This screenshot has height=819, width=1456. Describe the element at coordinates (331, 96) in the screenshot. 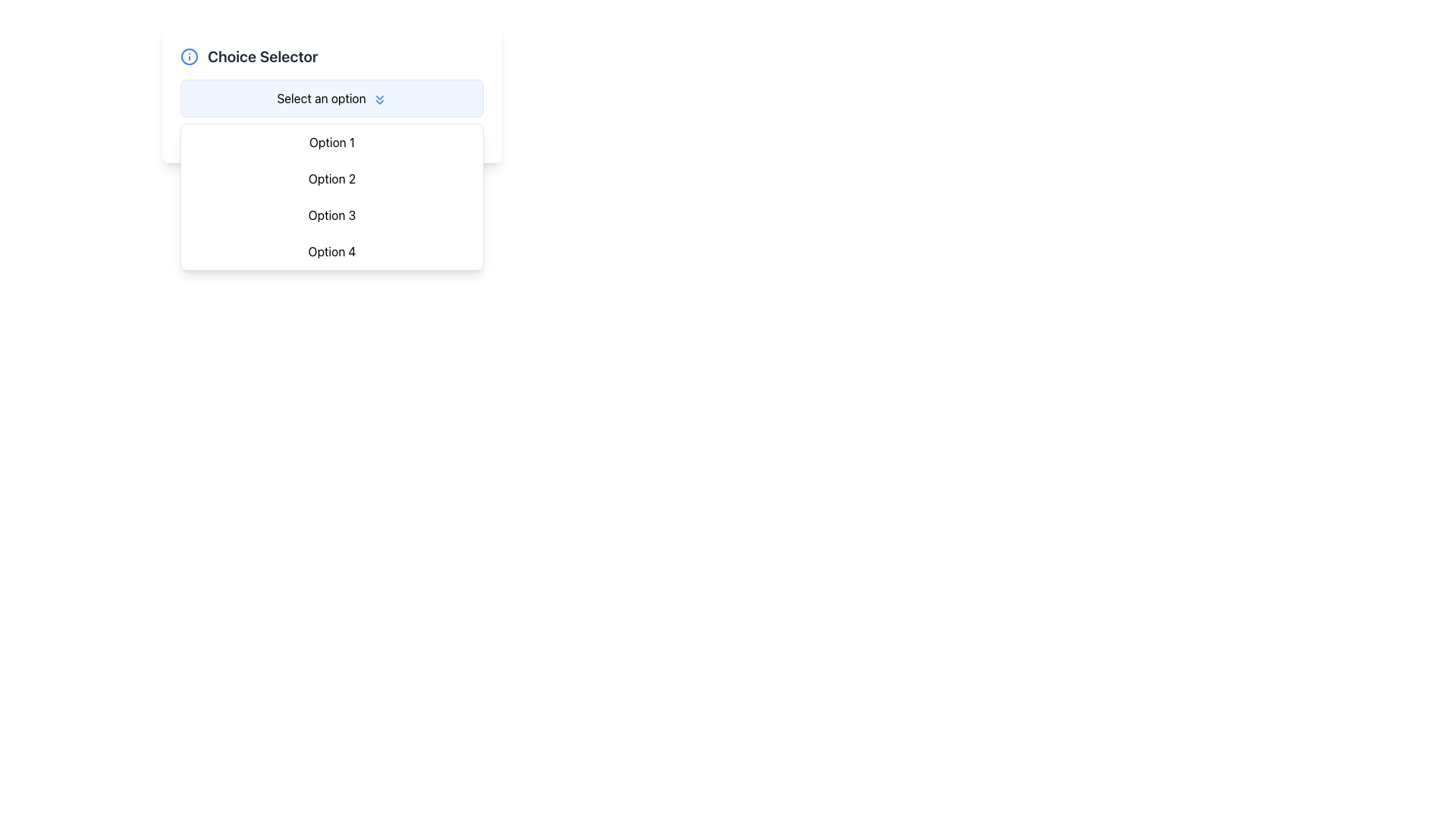

I see `the options in the 'Choice Selector' dropdown` at that location.